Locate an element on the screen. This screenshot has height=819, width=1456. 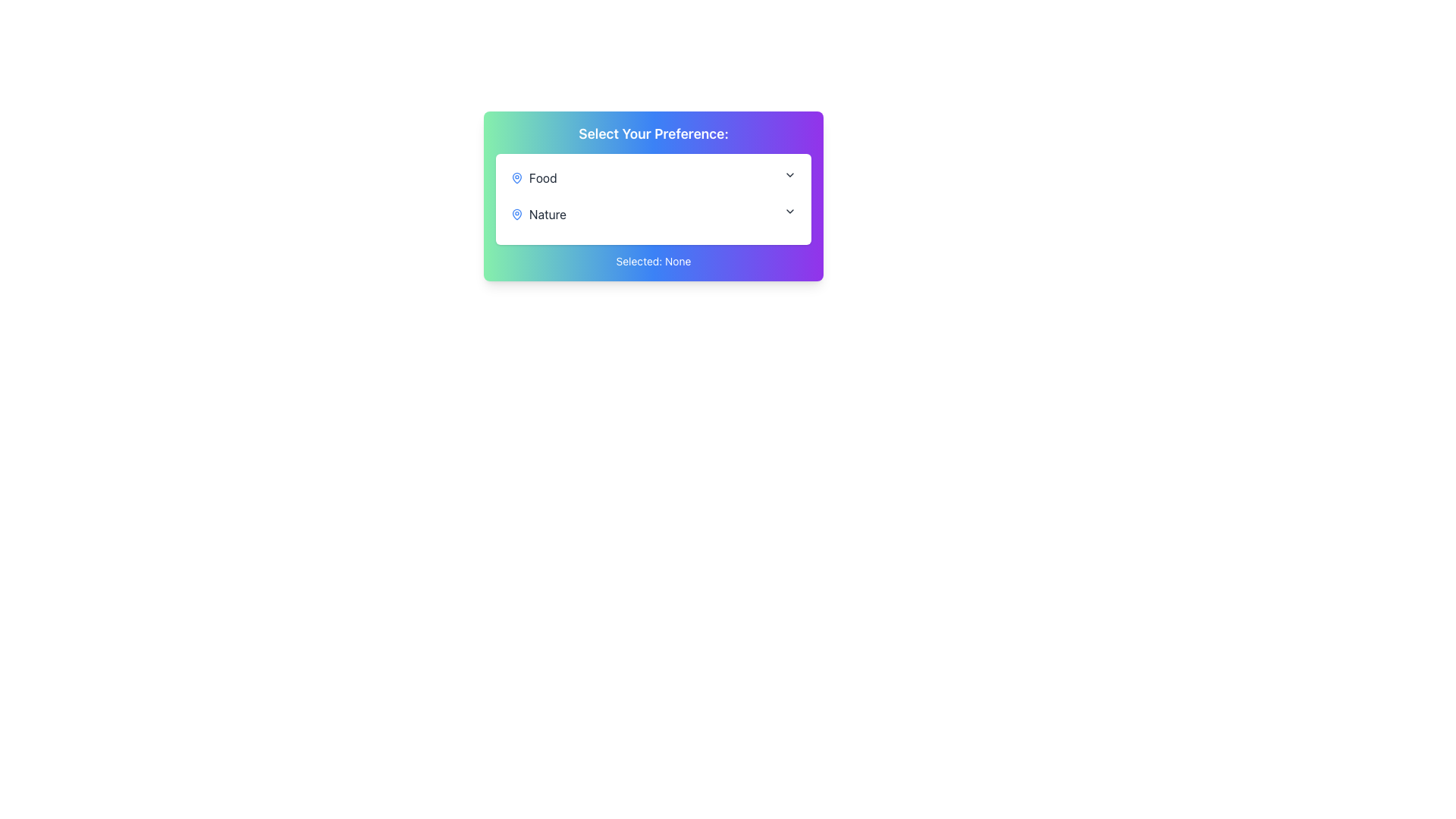
the 'Food' label with a blue map pin icon is located at coordinates (534, 177).